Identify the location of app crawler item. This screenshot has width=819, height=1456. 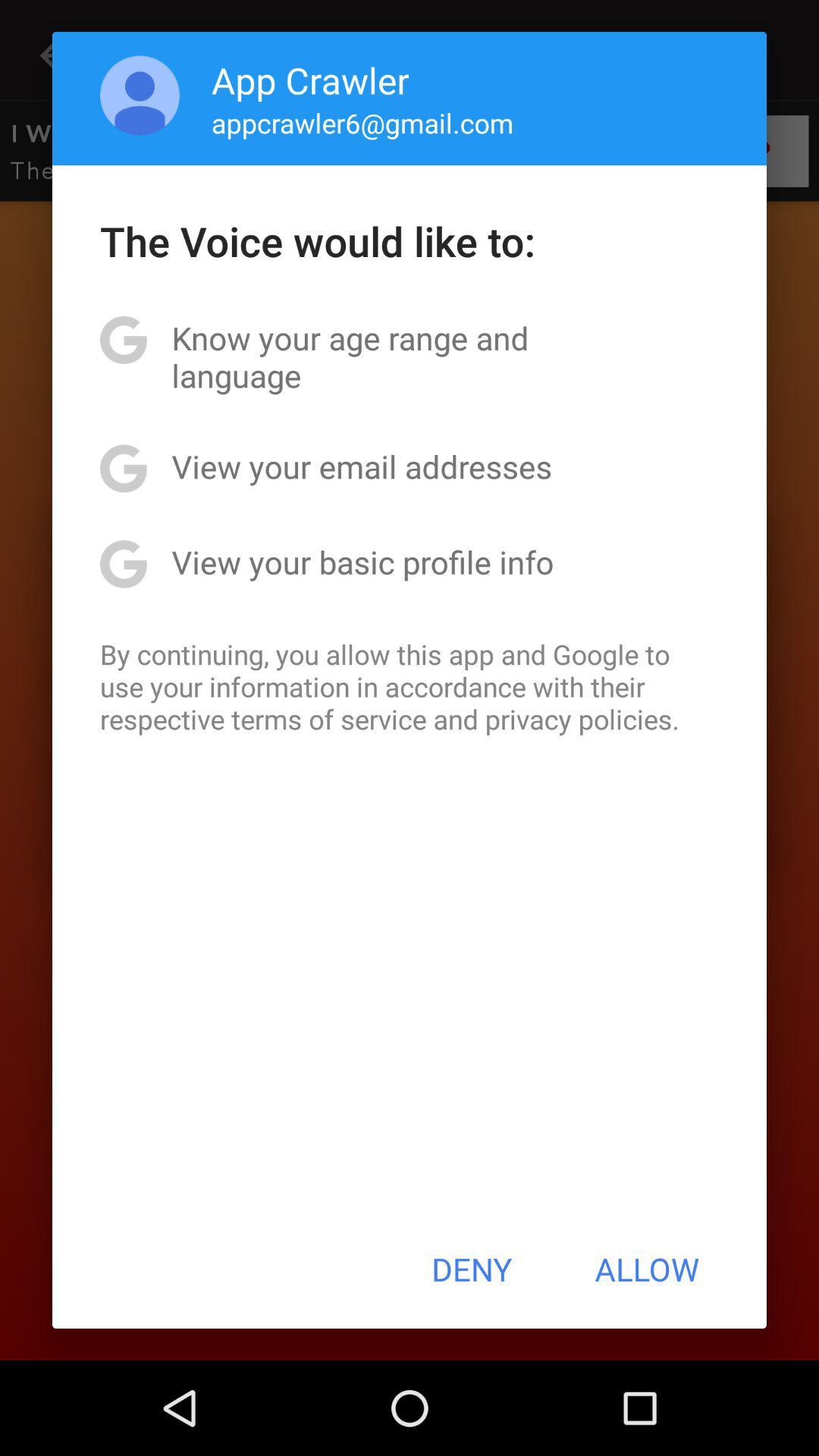
(309, 79).